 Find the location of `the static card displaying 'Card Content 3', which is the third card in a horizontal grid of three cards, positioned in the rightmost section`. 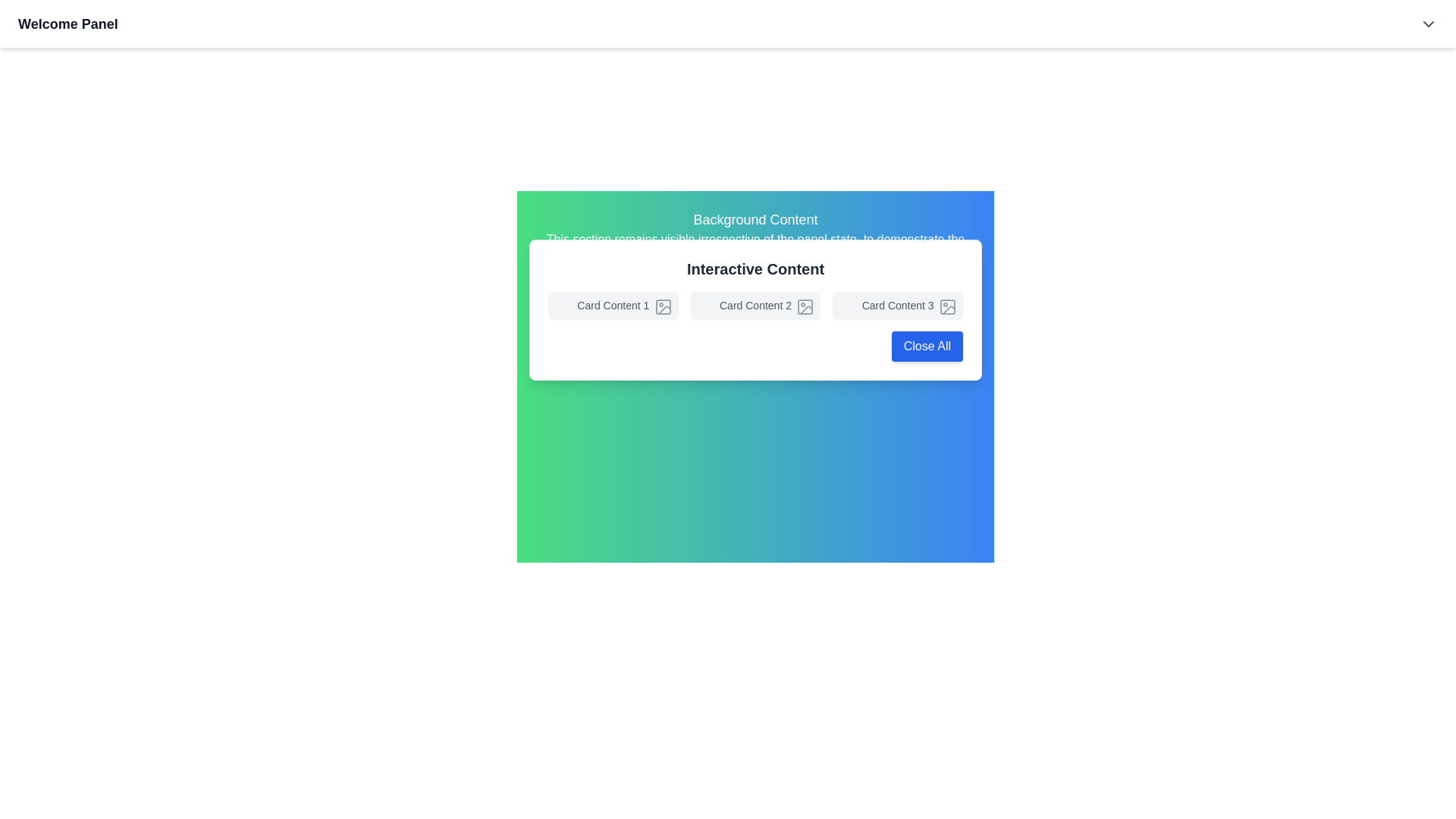

the static card displaying 'Card Content 3', which is the third card in a horizontal grid of three cards, positioned in the rightmost section is located at coordinates (898, 305).